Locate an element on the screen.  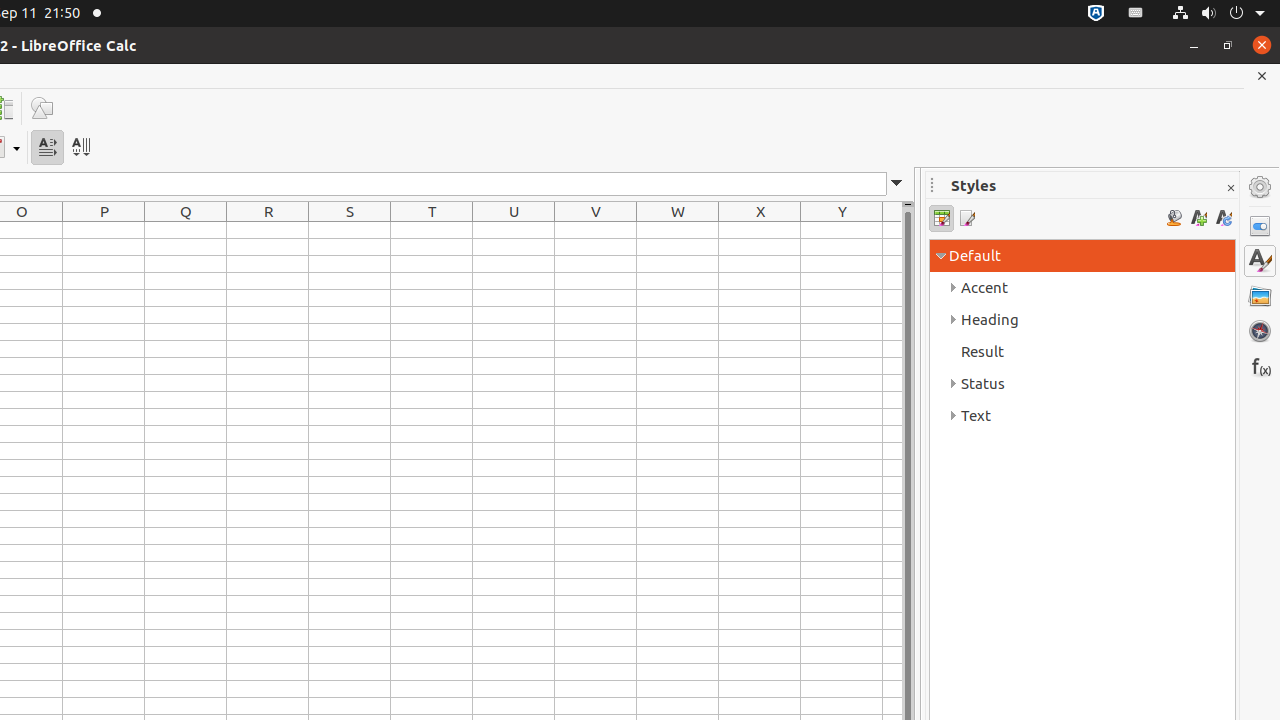
'P1' is located at coordinates (103, 229).